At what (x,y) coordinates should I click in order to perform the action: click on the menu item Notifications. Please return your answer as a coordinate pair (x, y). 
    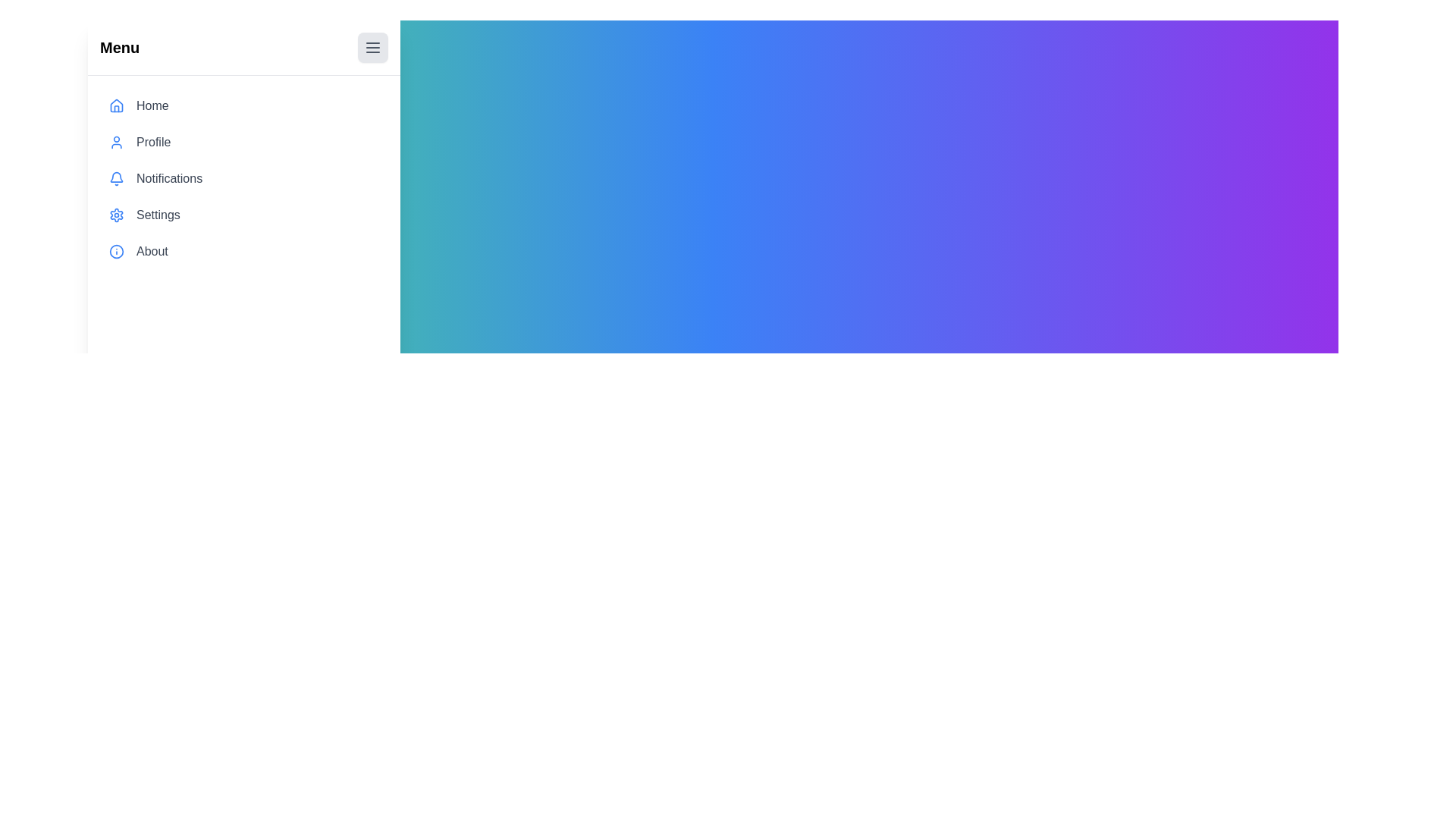
    Looking at the image, I should click on (244, 177).